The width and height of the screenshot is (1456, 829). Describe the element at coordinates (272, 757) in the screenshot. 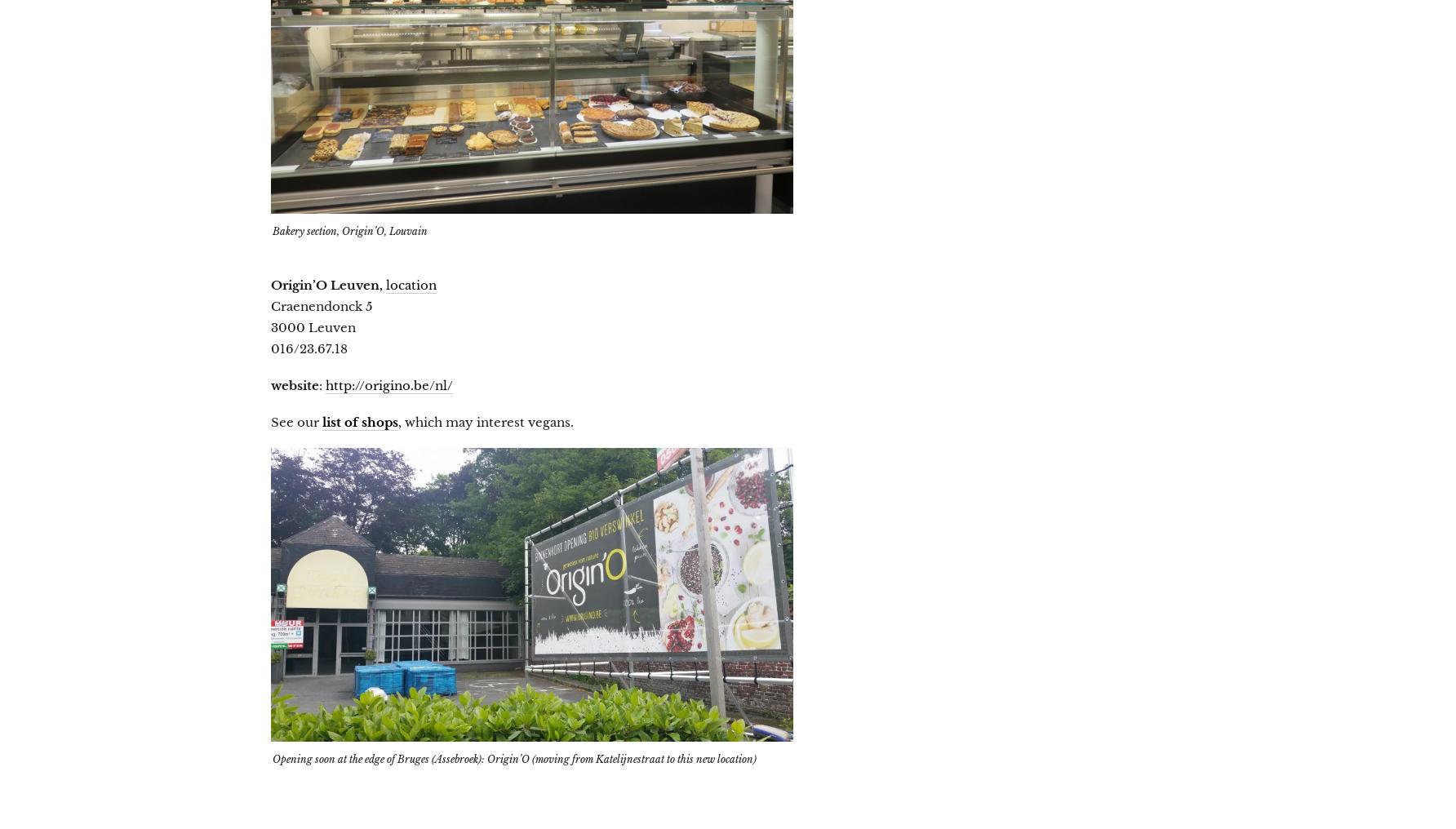

I see `'Opening soon at the edge of Bruges (Assebroek): Origin’O (moving from Katelijnestraat to this new location)'` at that location.